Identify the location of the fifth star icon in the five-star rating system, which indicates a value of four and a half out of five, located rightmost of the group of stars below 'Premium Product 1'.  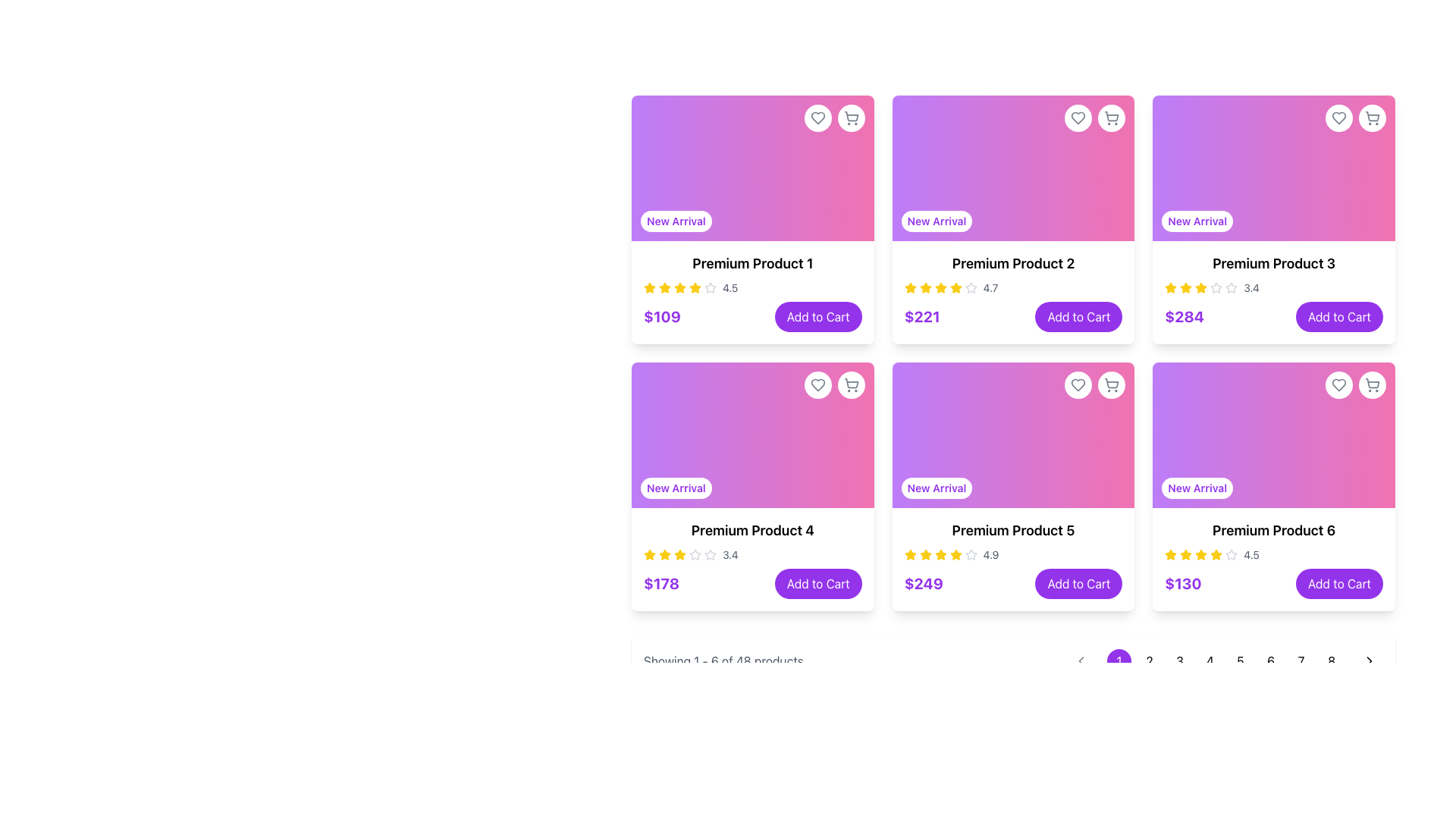
(709, 288).